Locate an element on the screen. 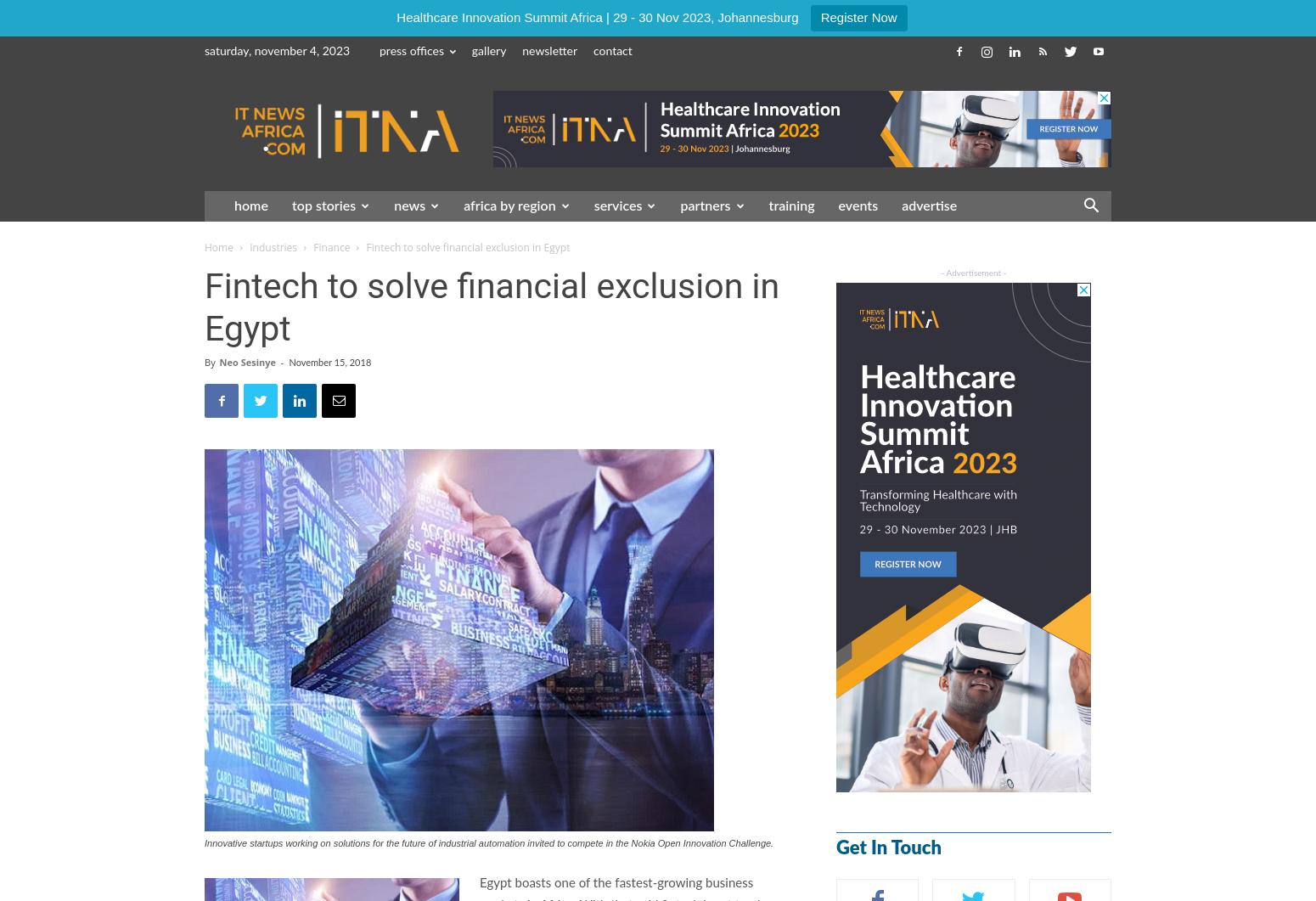 This screenshot has width=1316, height=901. 'By' is located at coordinates (210, 362).